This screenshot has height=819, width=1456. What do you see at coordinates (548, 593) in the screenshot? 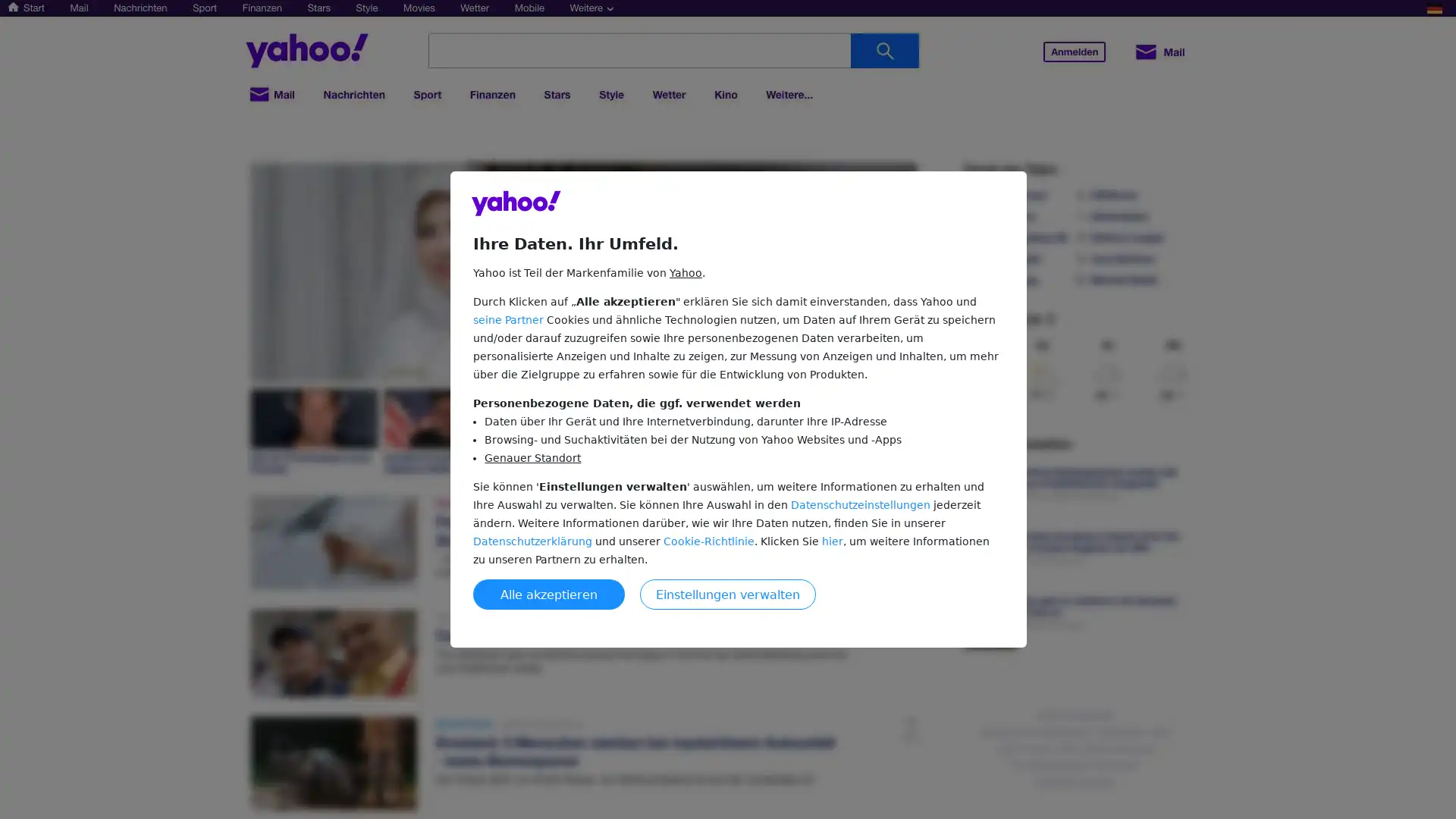
I see `Alle akzeptieren` at bounding box center [548, 593].